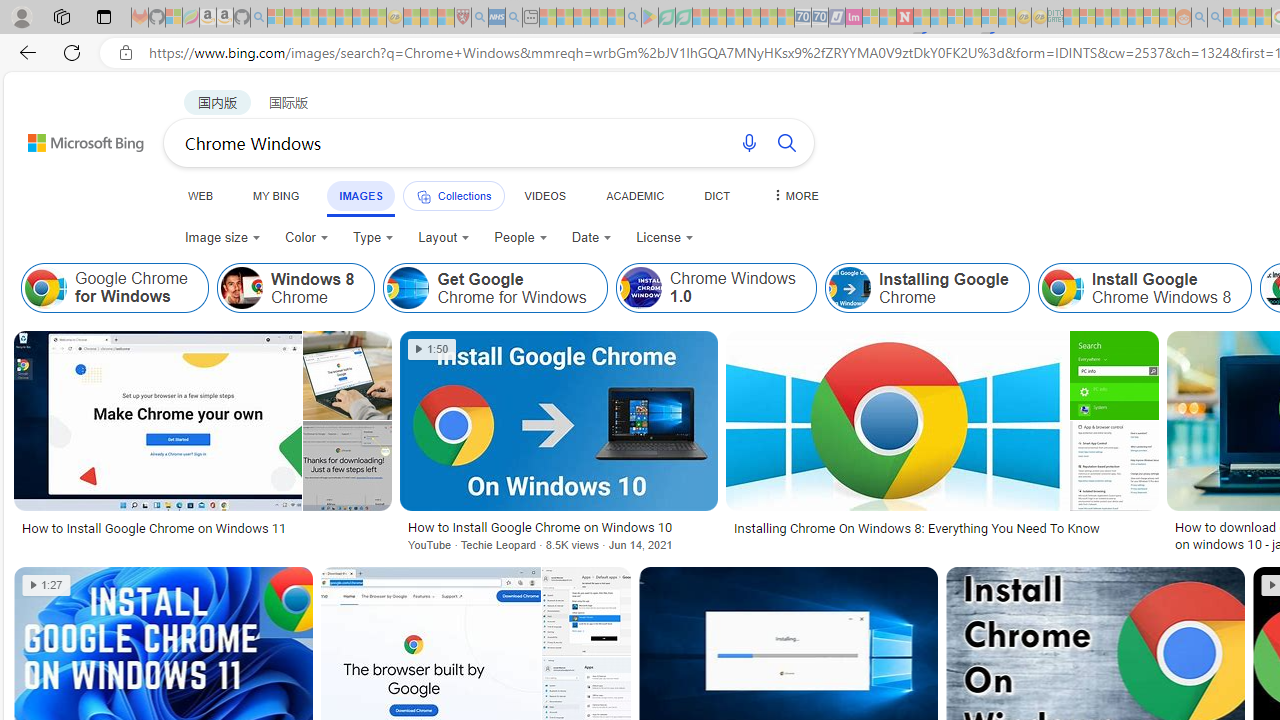  Describe the element at coordinates (1144, 288) in the screenshot. I see `'Class: item col'` at that location.